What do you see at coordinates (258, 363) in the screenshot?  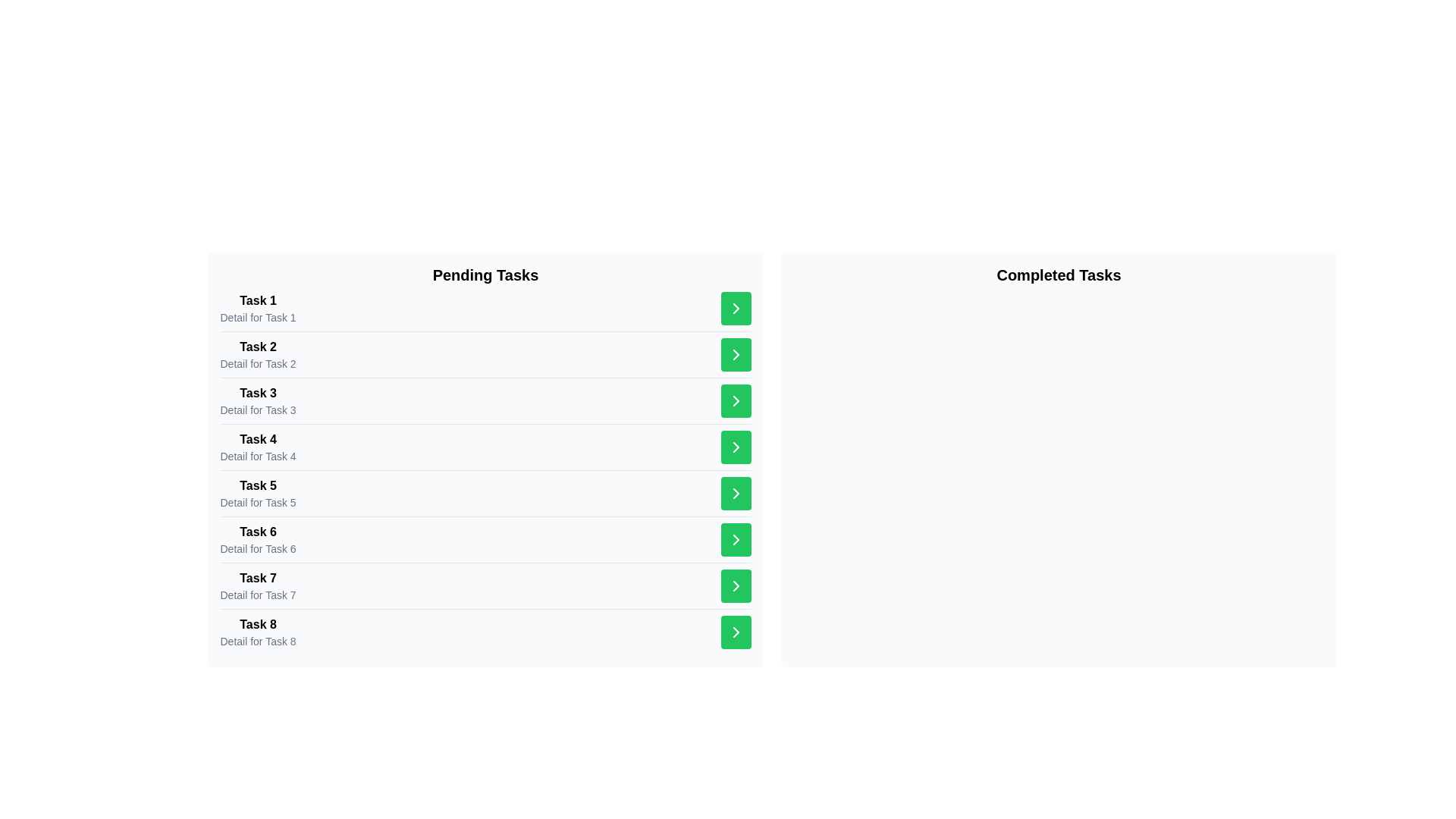 I see `the static text providing supporting information for 'Task 2', located directly below the 'Task 2' text in the 'Pending Tasks' column` at bounding box center [258, 363].